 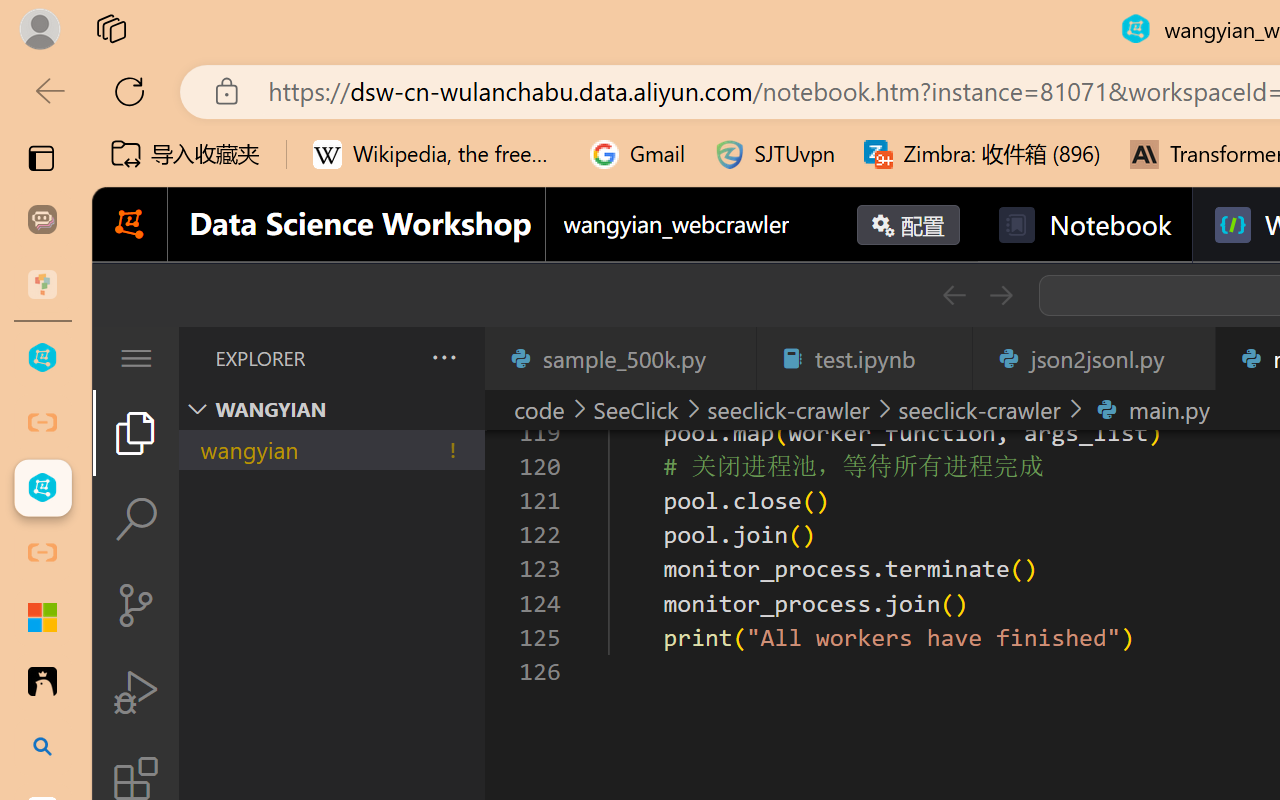 I want to click on 'Explorer actions', so click(x=391, y=358).